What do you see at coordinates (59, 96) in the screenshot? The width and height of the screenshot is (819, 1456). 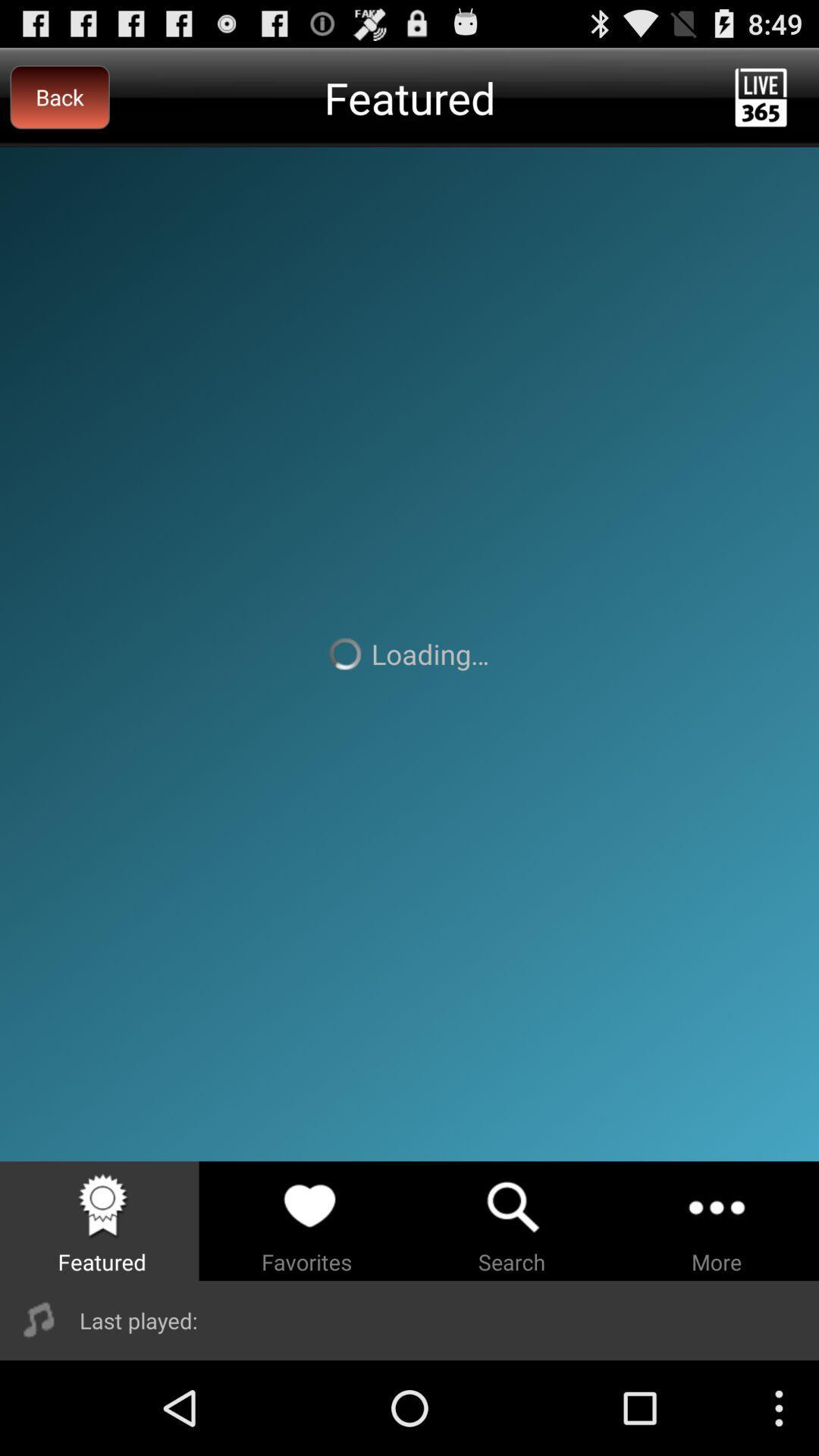 I see `the item to the left of the featured` at bounding box center [59, 96].